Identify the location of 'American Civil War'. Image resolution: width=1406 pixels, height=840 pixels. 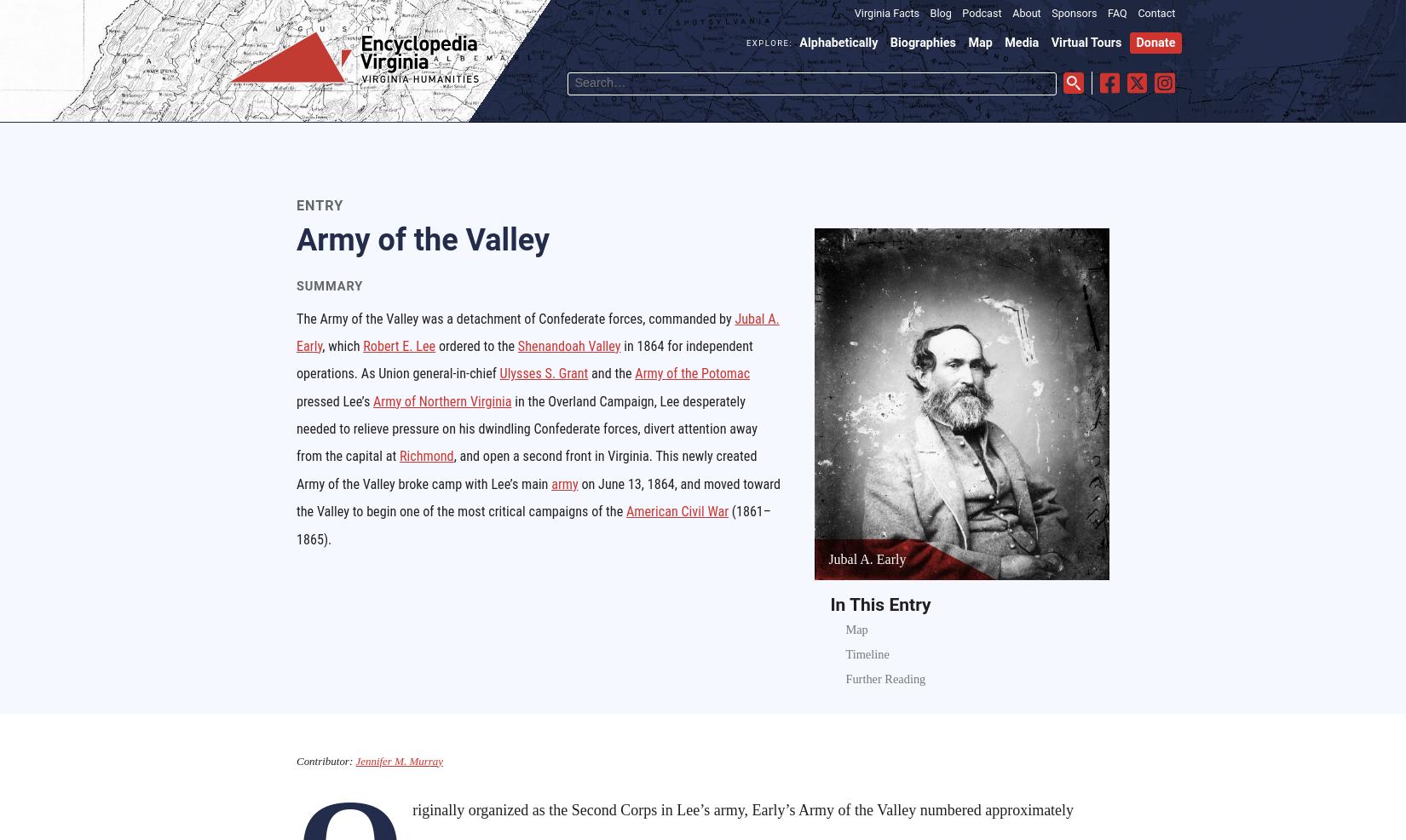
(676, 511).